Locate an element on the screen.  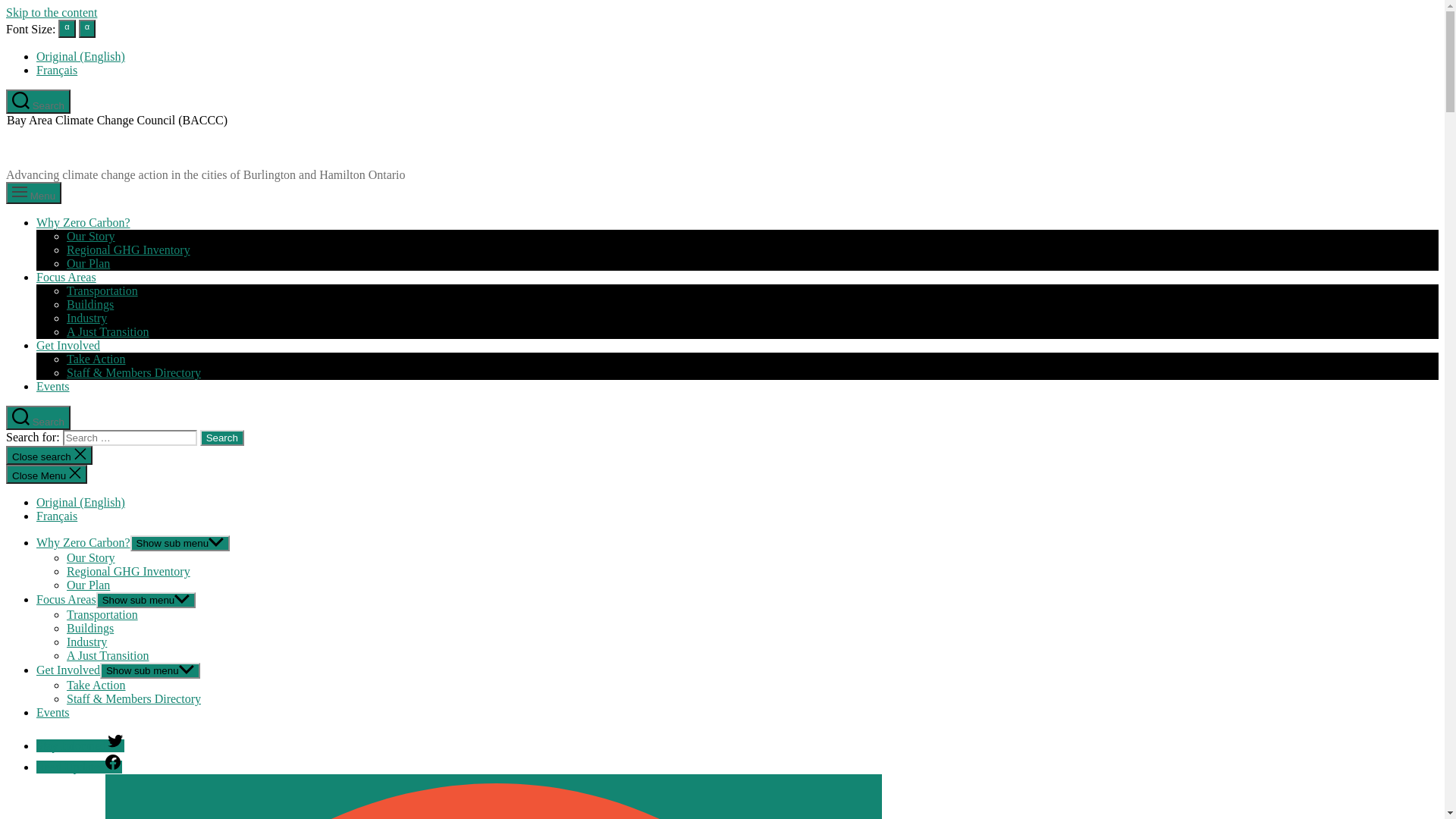
'Show sub menu' is located at coordinates (130, 542).